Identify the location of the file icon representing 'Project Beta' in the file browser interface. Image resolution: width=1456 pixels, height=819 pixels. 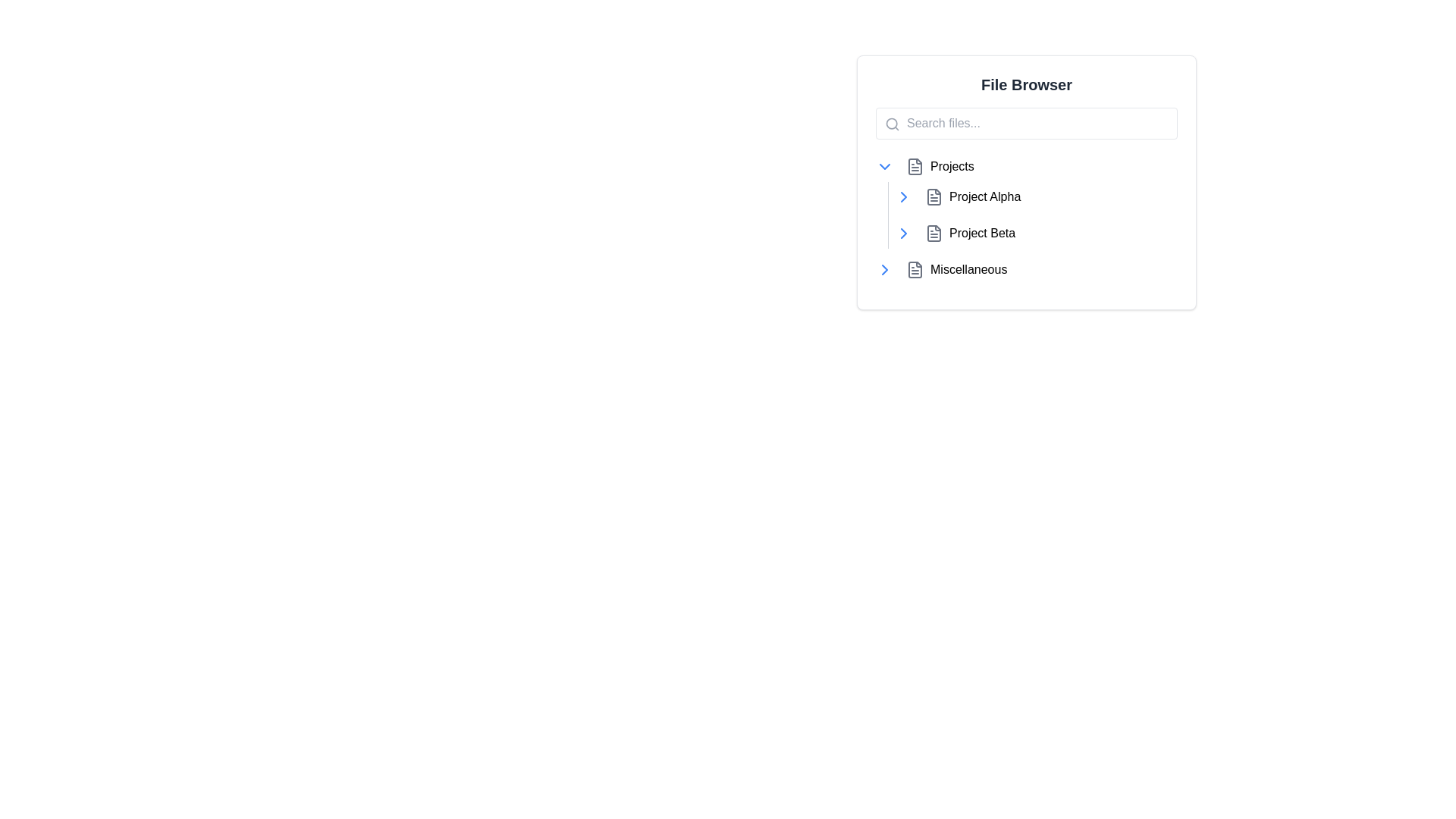
(934, 234).